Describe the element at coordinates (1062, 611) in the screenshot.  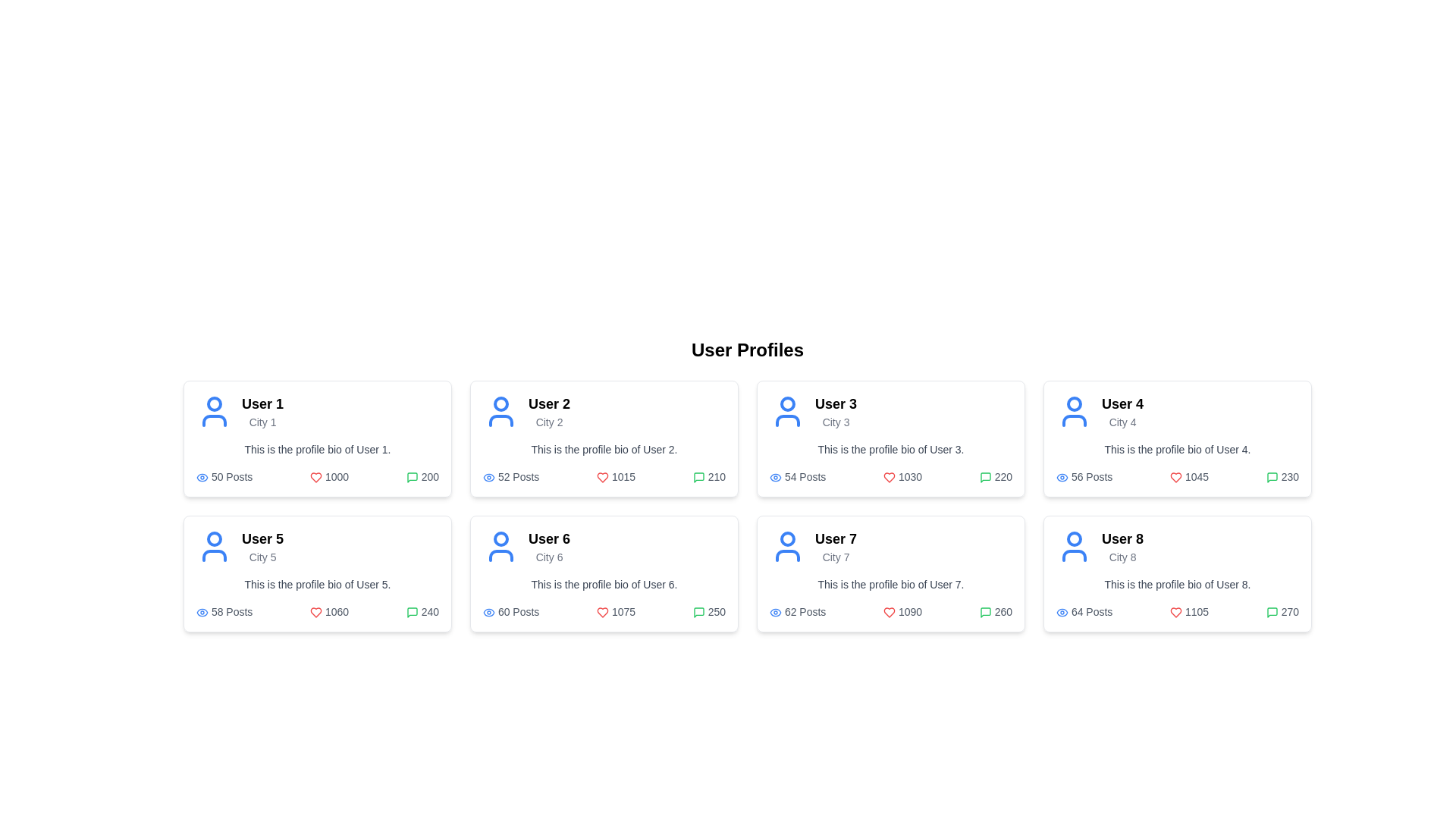
I see `the small blue eye icon indicating visibility, located to the left of the '64 Posts' text in the bottom-right card of the user profile grid` at that location.